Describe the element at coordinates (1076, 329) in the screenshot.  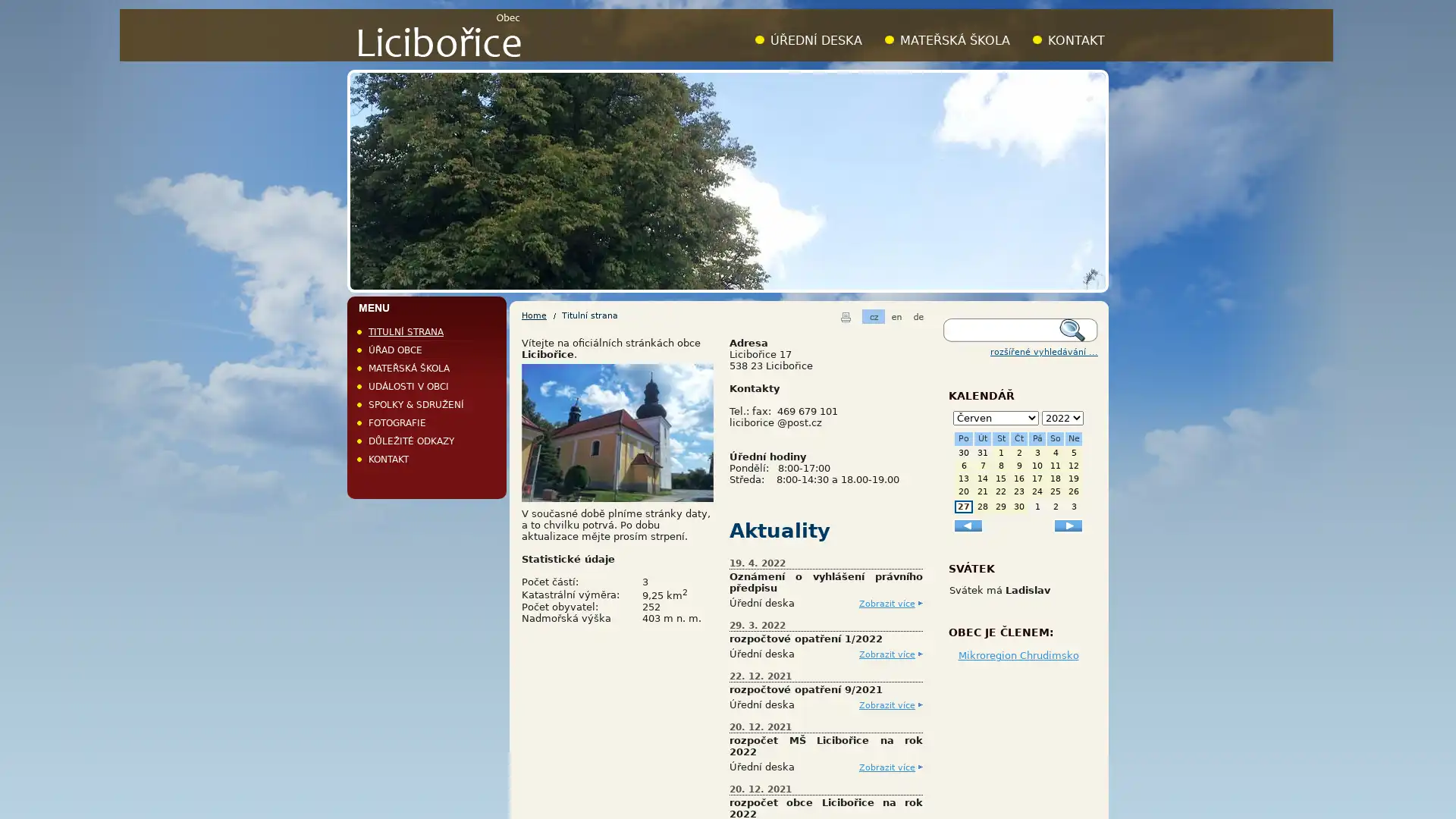
I see `Hledat` at that location.